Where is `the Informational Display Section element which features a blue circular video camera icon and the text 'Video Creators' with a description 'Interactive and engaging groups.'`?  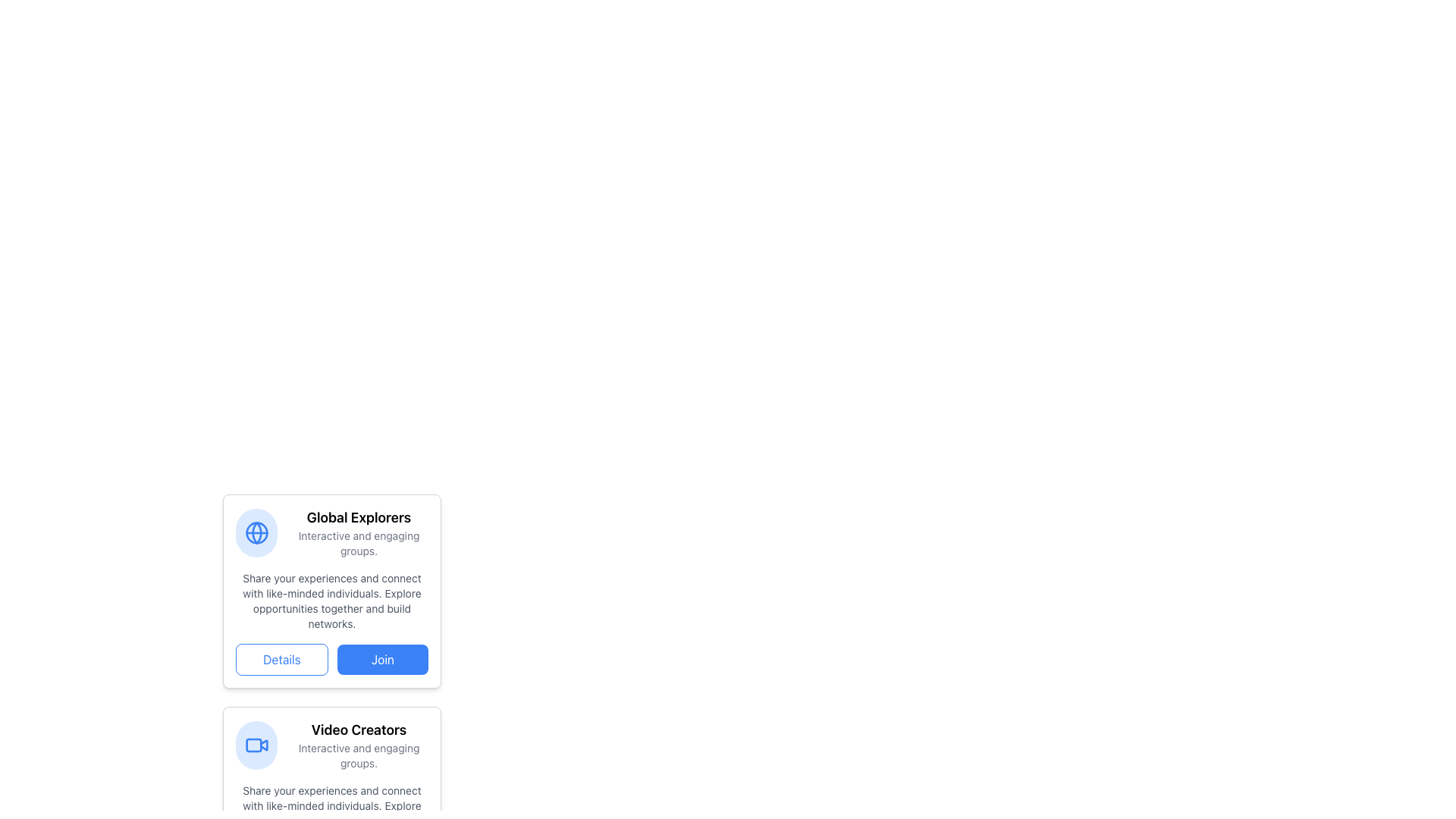 the Informational Display Section element which features a blue circular video camera icon and the text 'Video Creators' with a description 'Interactive and engaging groups.' is located at coordinates (331, 745).